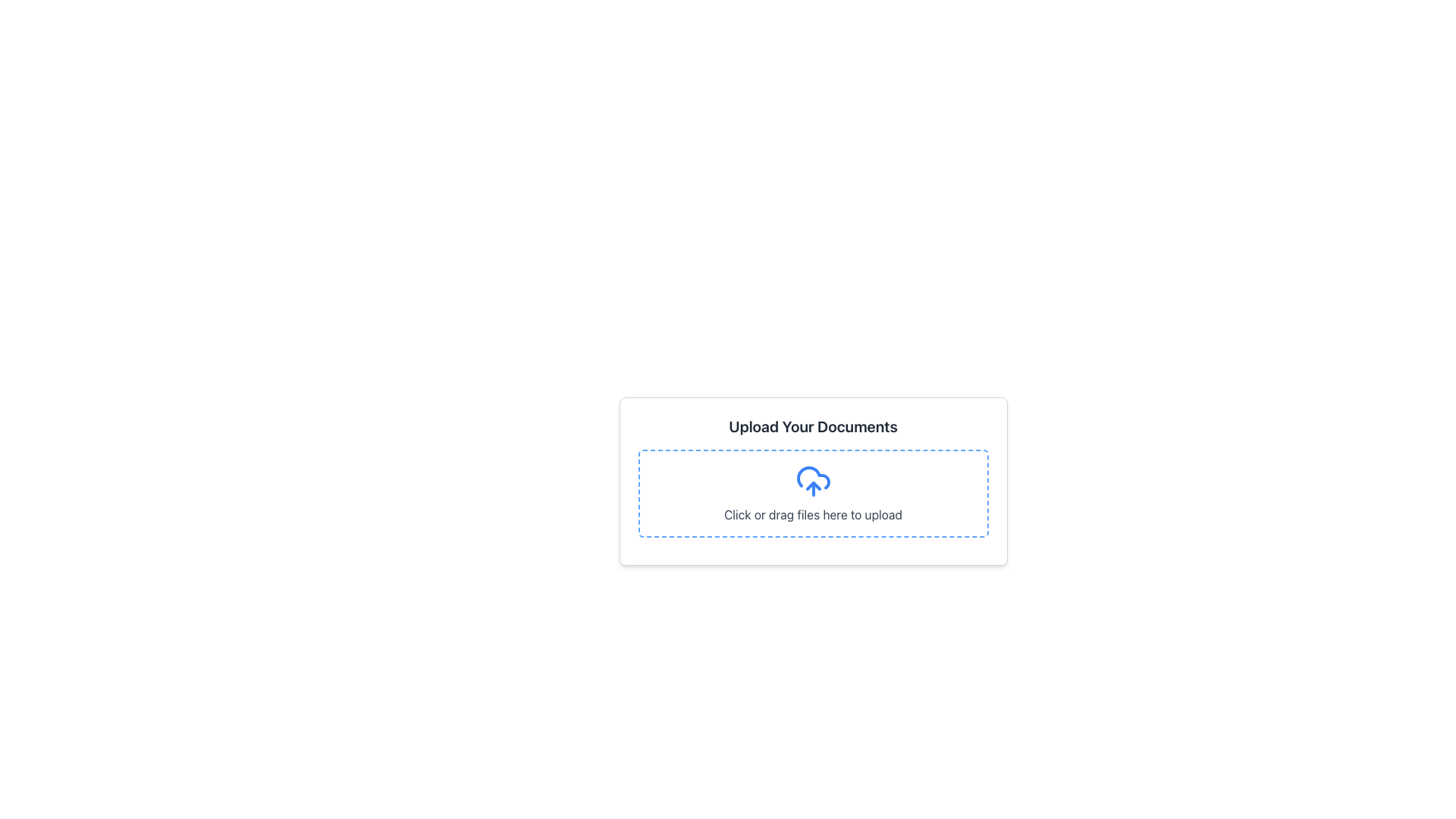  What do you see at coordinates (812, 513) in the screenshot?
I see `instructional text label located below the blue cloud upload icon in the file upload section` at bounding box center [812, 513].